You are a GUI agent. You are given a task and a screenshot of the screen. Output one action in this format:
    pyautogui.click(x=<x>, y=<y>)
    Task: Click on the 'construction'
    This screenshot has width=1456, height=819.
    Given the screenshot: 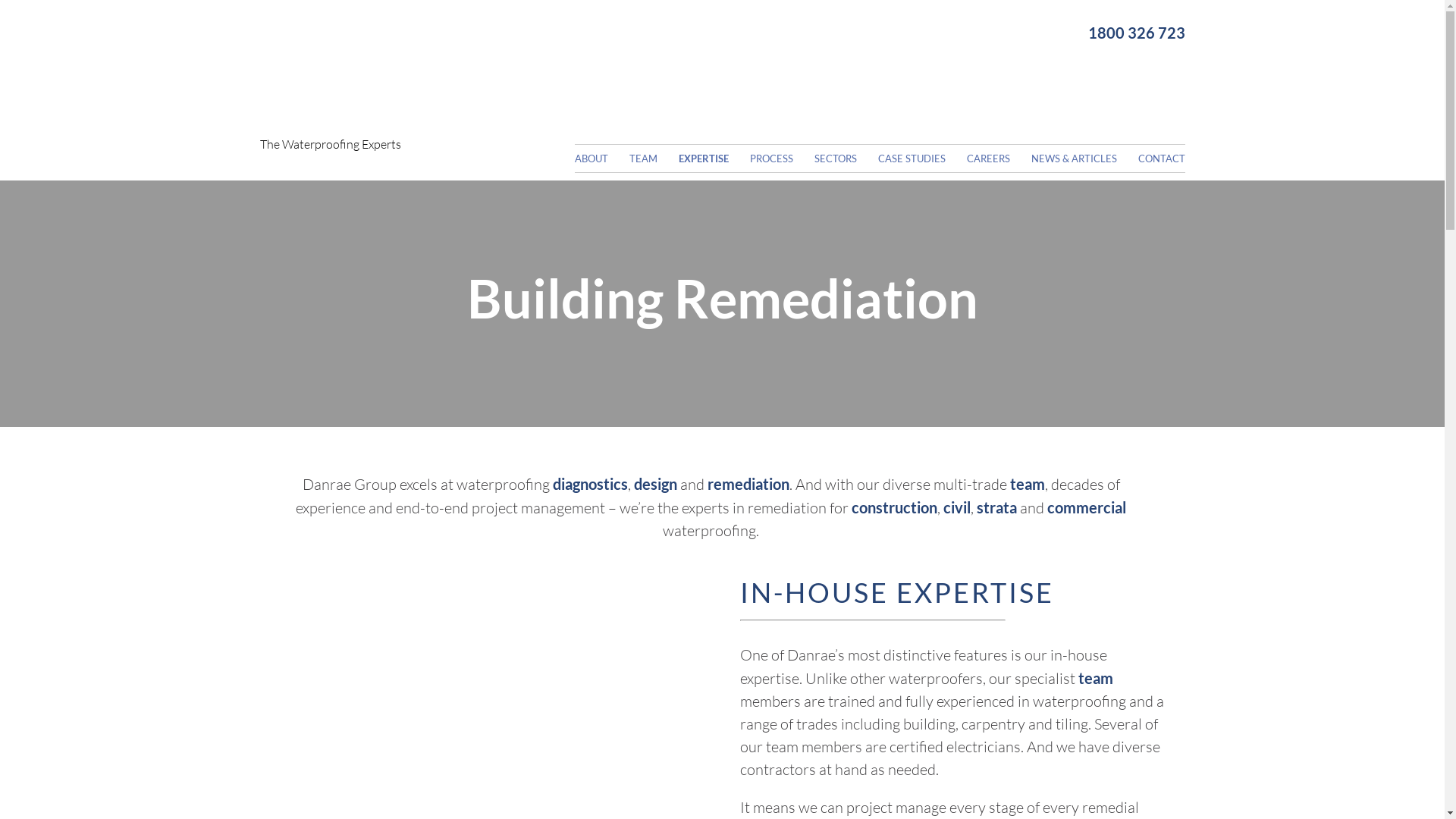 What is the action you would take?
    pyautogui.click(x=894, y=507)
    